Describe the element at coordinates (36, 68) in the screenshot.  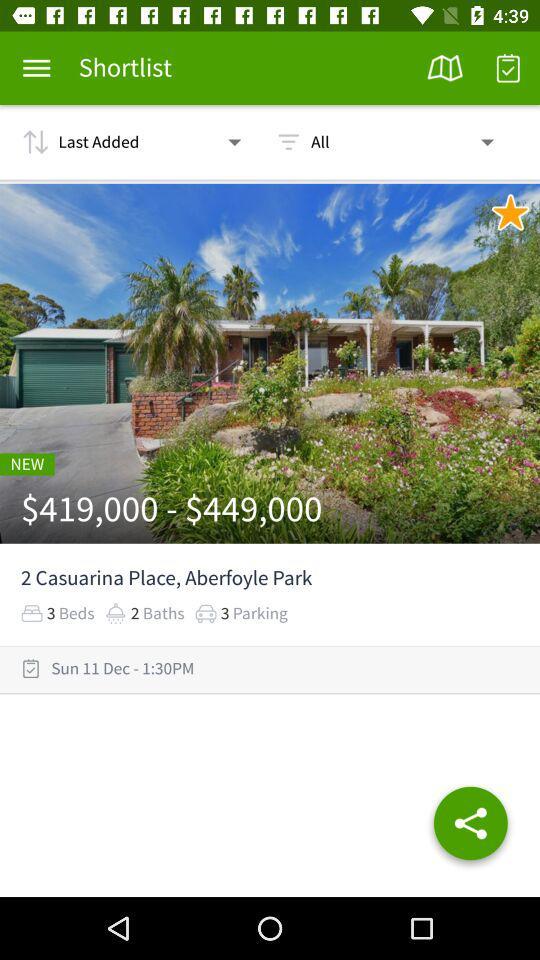
I see `click the menu button` at that location.